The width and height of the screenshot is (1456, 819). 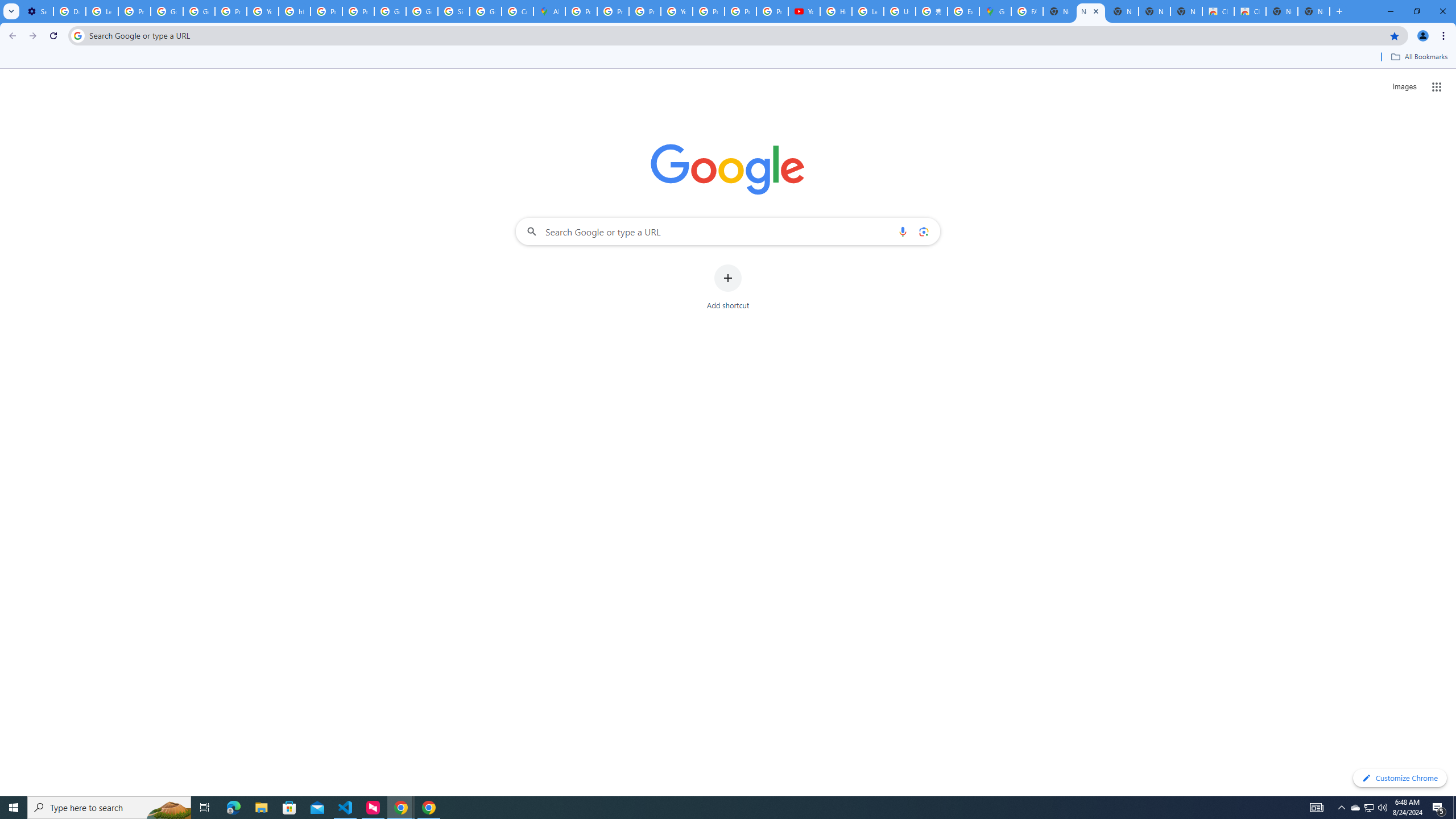 I want to click on 'Classic Blue - Chrome Web Store', so click(x=1217, y=11).